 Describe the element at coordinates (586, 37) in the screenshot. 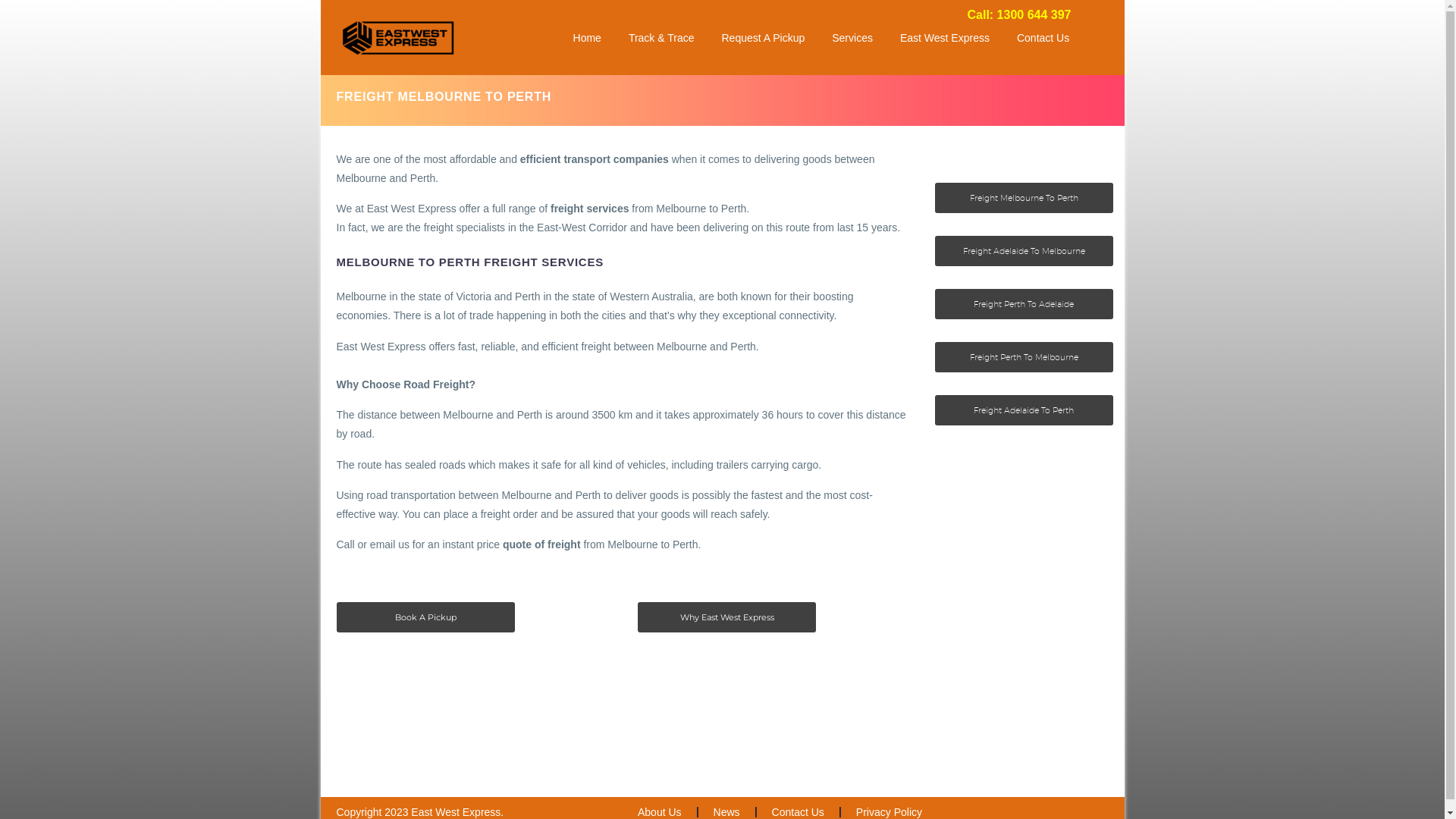

I see `'Home'` at that location.